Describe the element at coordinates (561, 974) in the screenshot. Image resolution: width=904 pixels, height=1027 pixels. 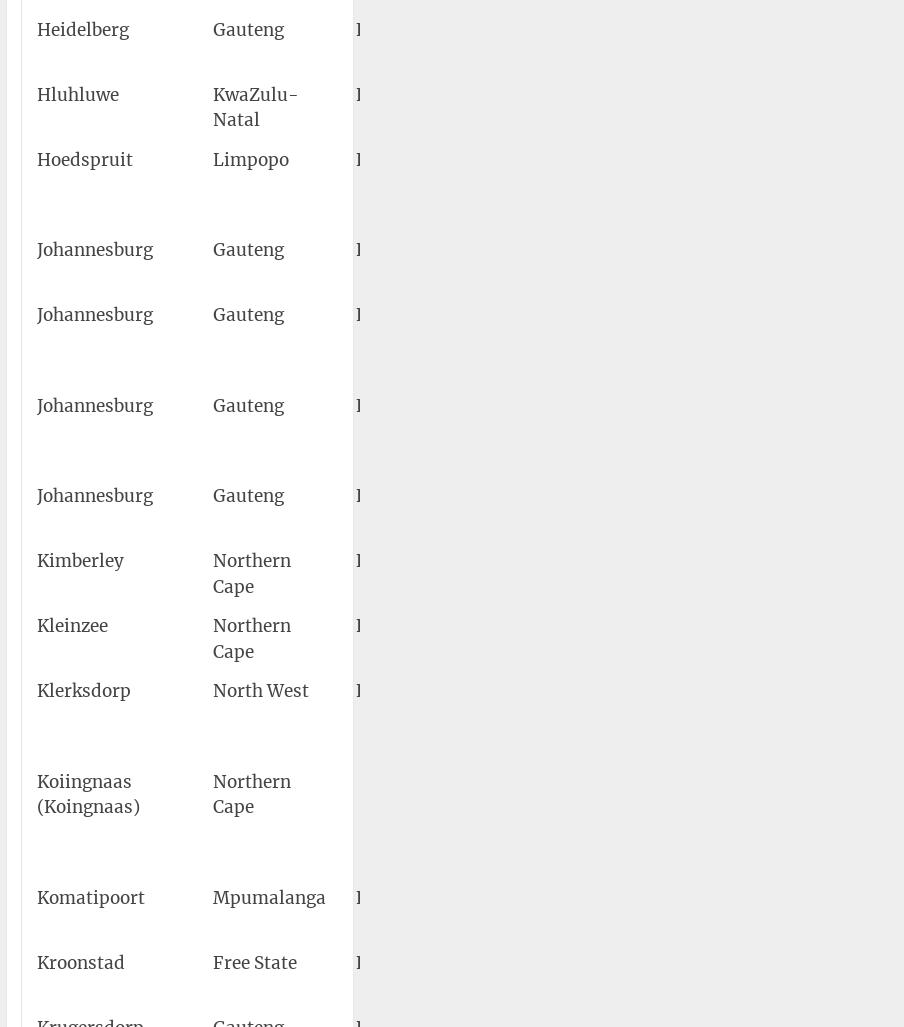
I see `'Kroonstad Airport'` at that location.